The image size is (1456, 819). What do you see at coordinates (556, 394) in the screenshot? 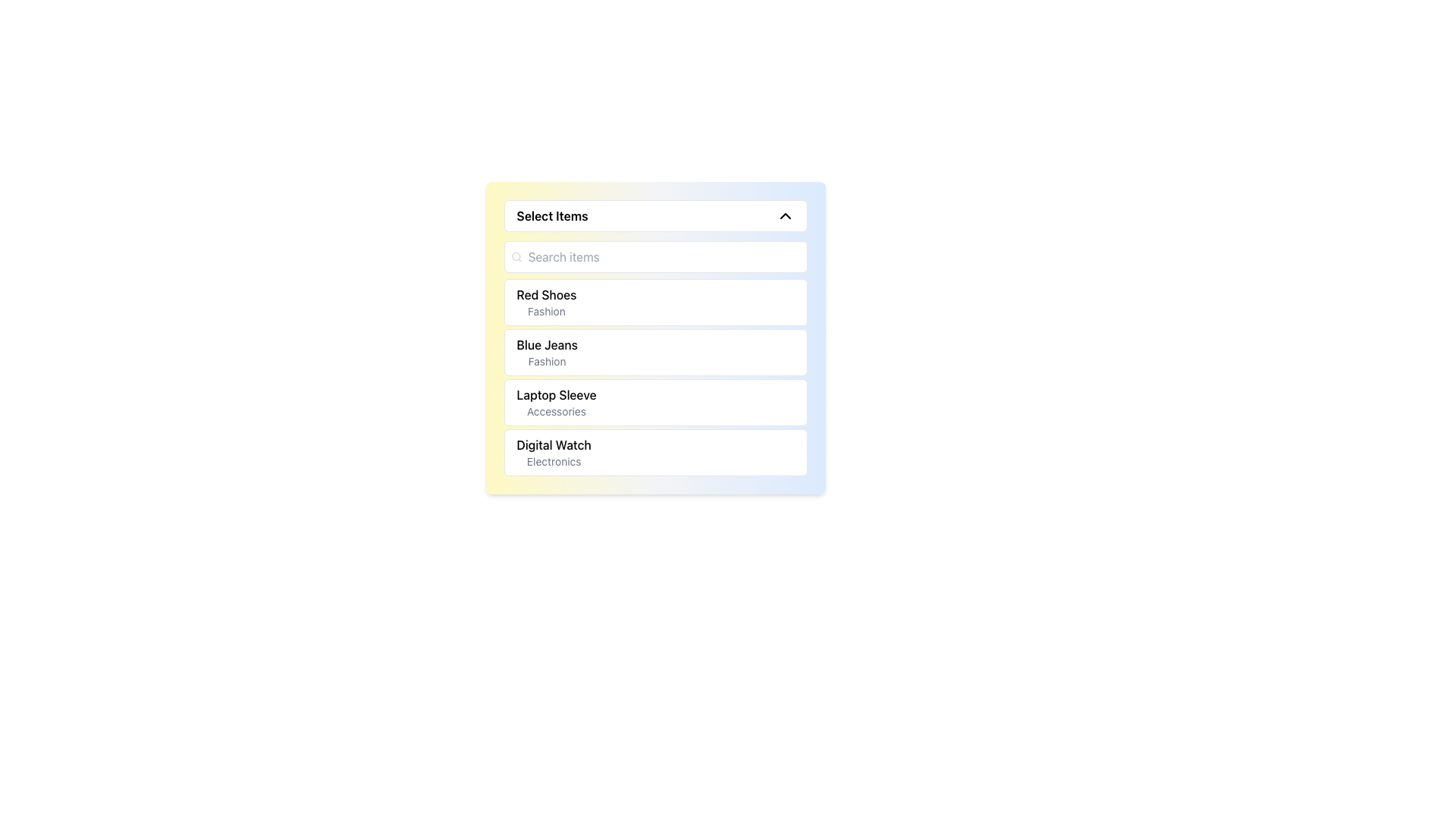
I see `the text label identifying the item titled 'Laptop Sleeve' in the list of selectable items under the header 'Select Items.'` at bounding box center [556, 394].